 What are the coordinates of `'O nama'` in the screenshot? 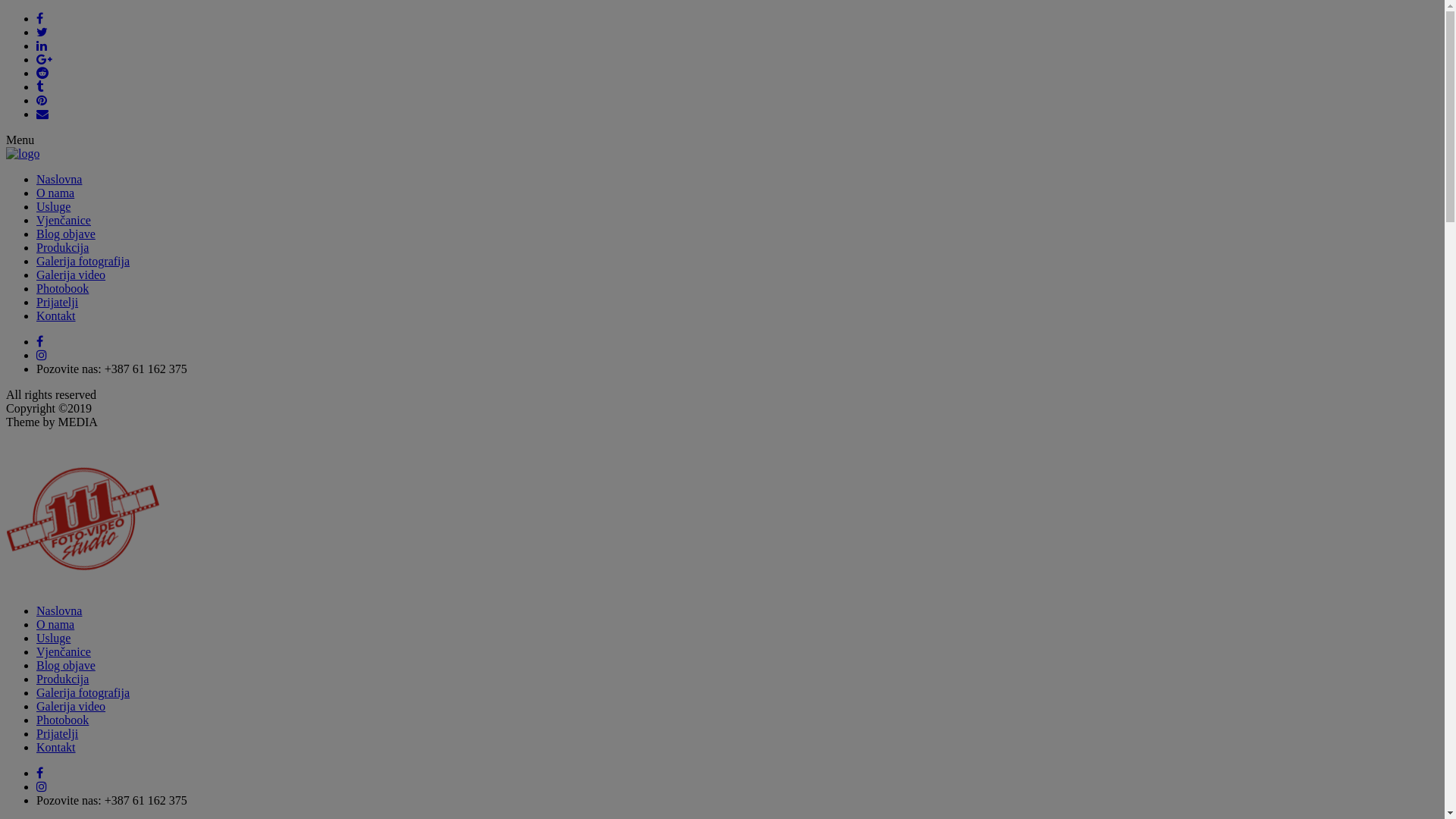 It's located at (55, 624).